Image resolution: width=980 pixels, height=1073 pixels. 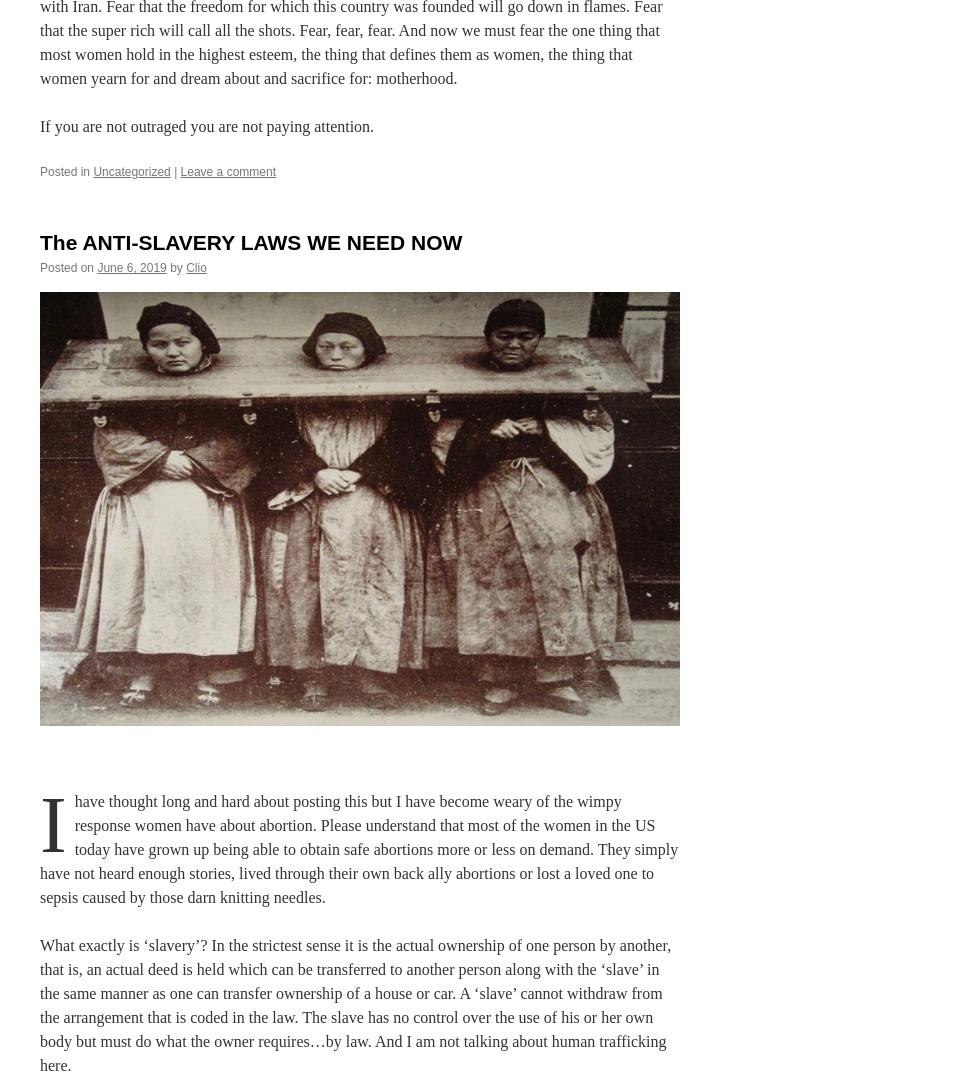 What do you see at coordinates (176, 267) in the screenshot?
I see `'by'` at bounding box center [176, 267].